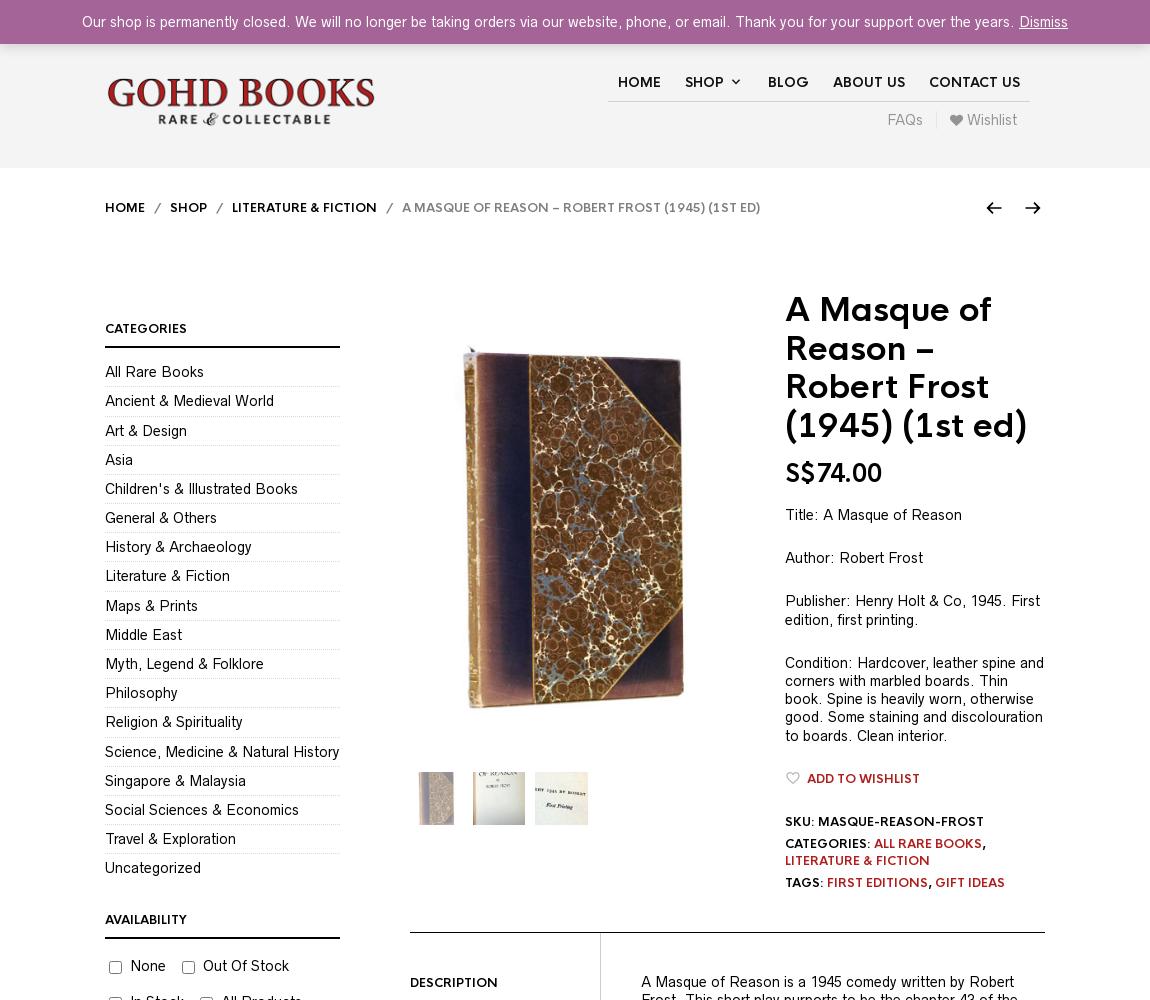 The image size is (1150, 1000). I want to click on 'My Account', so click(789, 15).